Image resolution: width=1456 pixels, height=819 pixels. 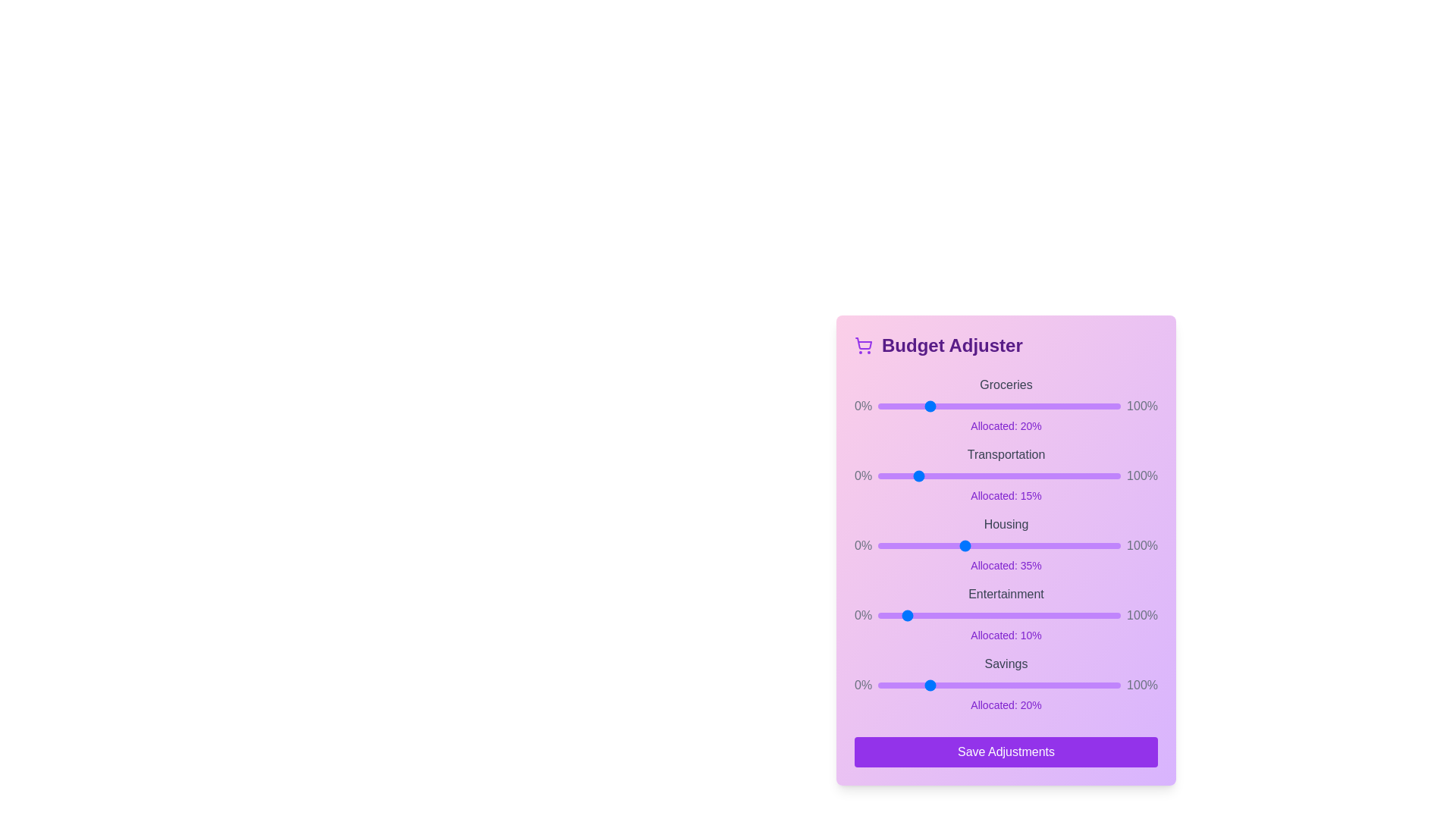 What do you see at coordinates (957, 406) in the screenshot?
I see `the slider for a specific category to set its allocation to 33%` at bounding box center [957, 406].